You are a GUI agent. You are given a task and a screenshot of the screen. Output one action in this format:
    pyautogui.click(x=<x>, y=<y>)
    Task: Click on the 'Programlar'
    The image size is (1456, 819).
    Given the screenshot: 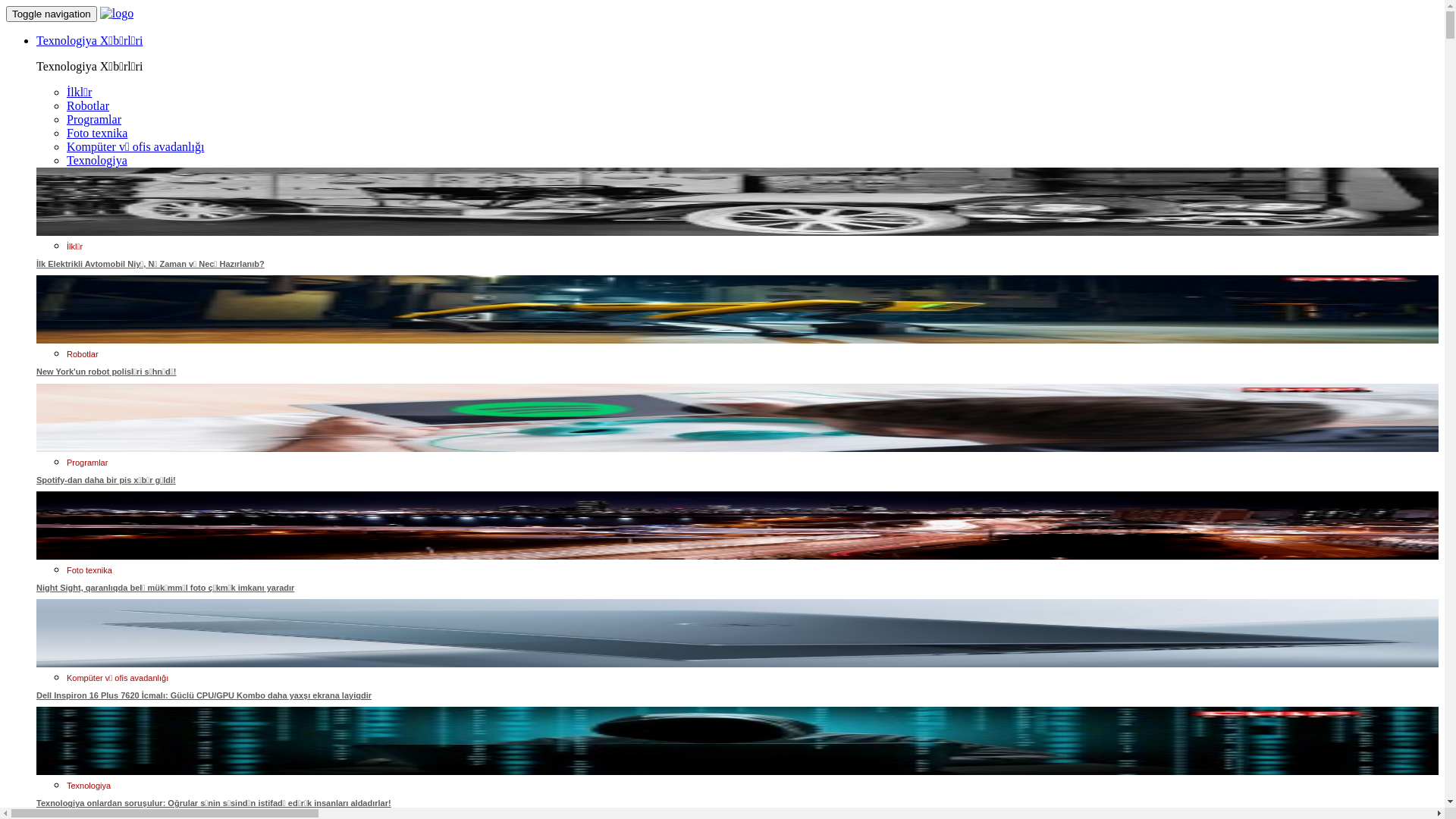 What is the action you would take?
    pyautogui.click(x=93, y=118)
    